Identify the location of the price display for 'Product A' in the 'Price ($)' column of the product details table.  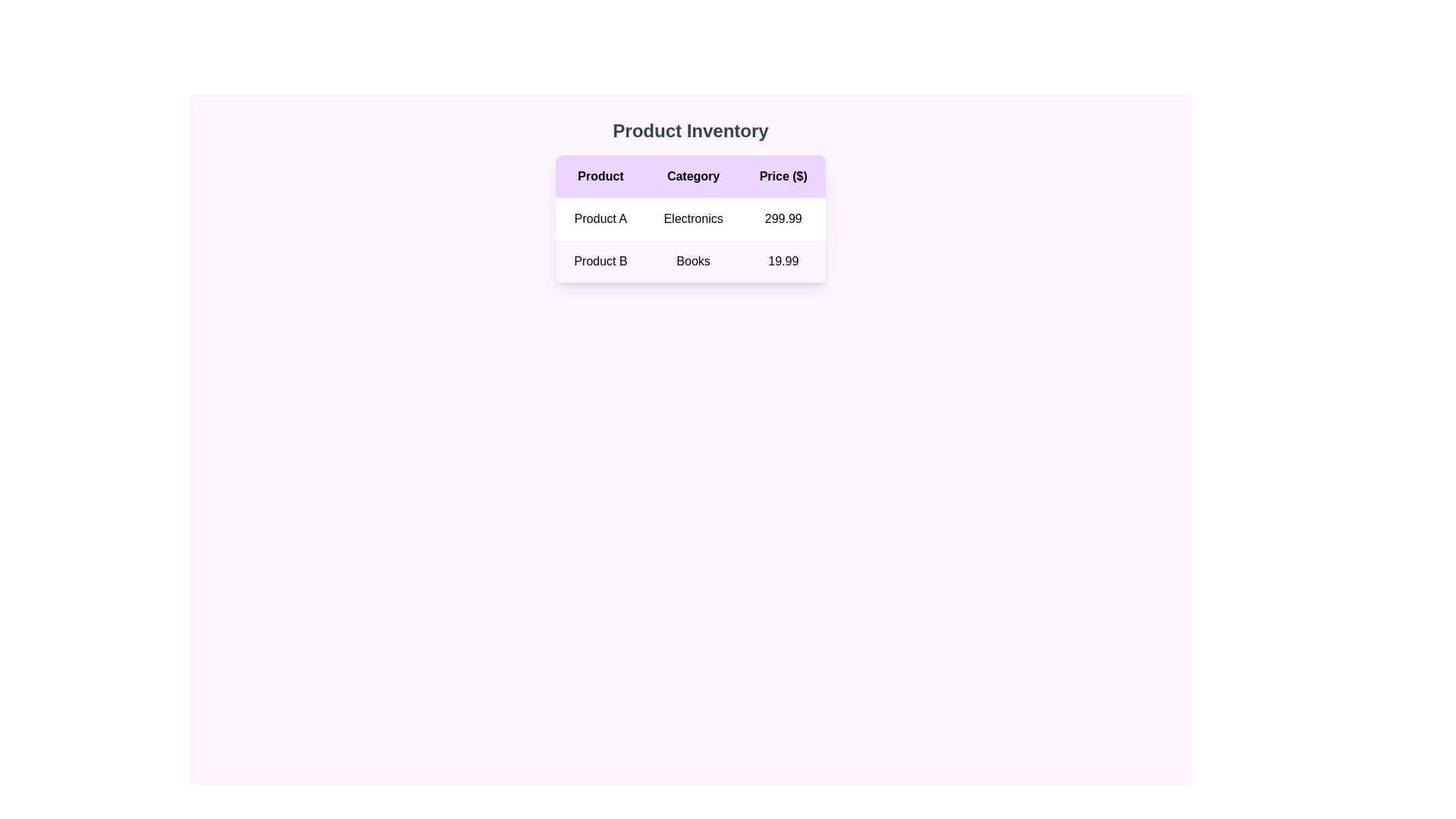
(783, 219).